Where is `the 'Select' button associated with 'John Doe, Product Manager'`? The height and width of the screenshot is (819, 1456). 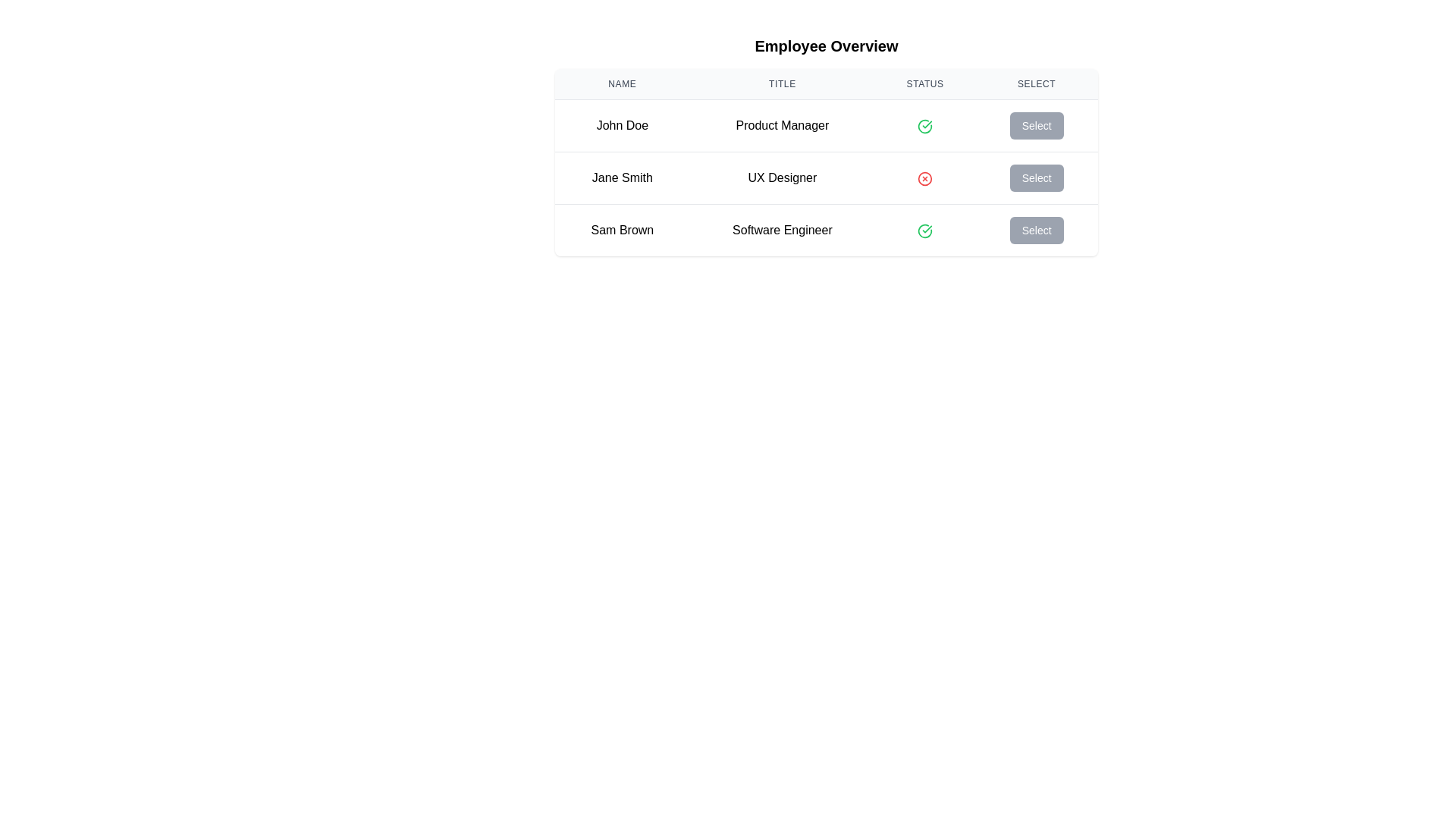 the 'Select' button associated with 'John Doe, Product Manager' is located at coordinates (1036, 124).